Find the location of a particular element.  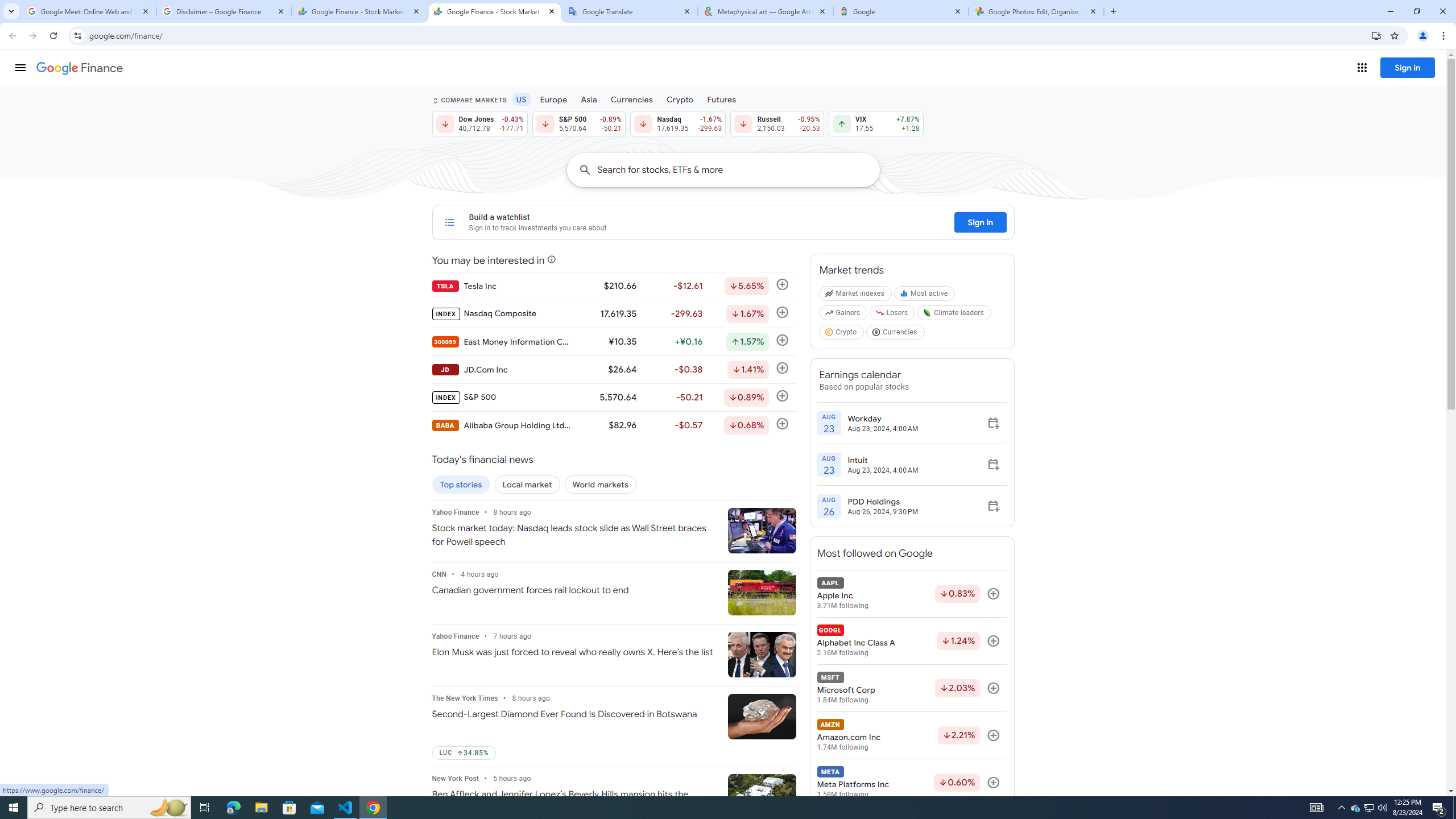

'S&P 500 5,570.64 Down by 0.89% -50.21' is located at coordinates (578, 123).